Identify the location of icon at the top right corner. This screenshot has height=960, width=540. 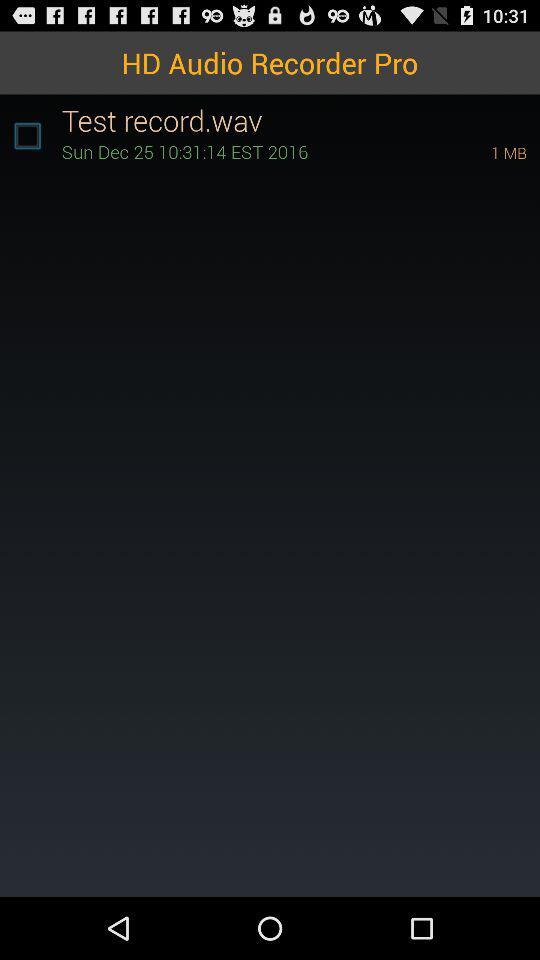
(480, 151).